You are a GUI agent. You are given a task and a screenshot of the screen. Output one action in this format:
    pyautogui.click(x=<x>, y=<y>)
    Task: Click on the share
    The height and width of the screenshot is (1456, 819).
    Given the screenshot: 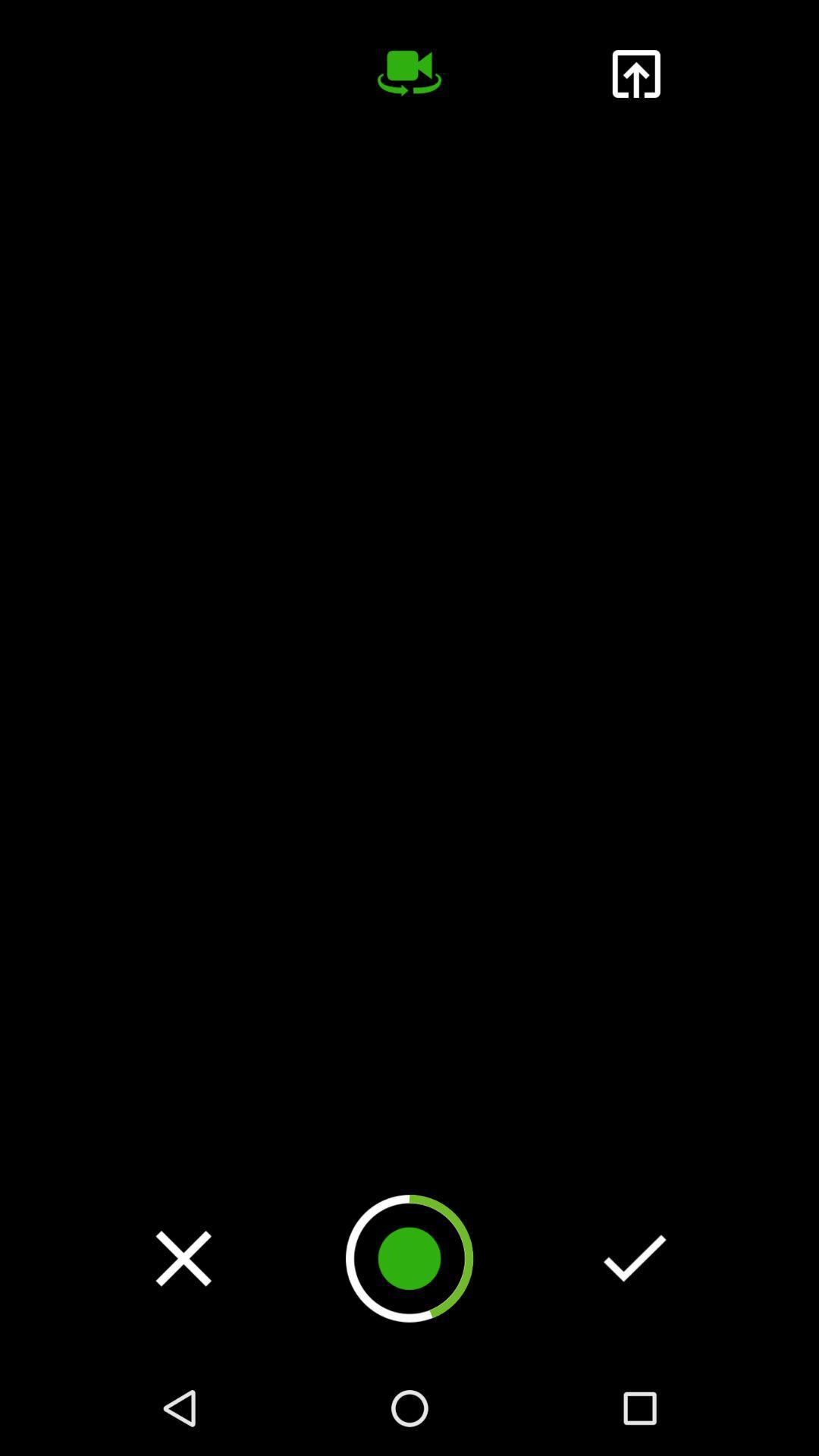 What is the action you would take?
    pyautogui.click(x=635, y=73)
    